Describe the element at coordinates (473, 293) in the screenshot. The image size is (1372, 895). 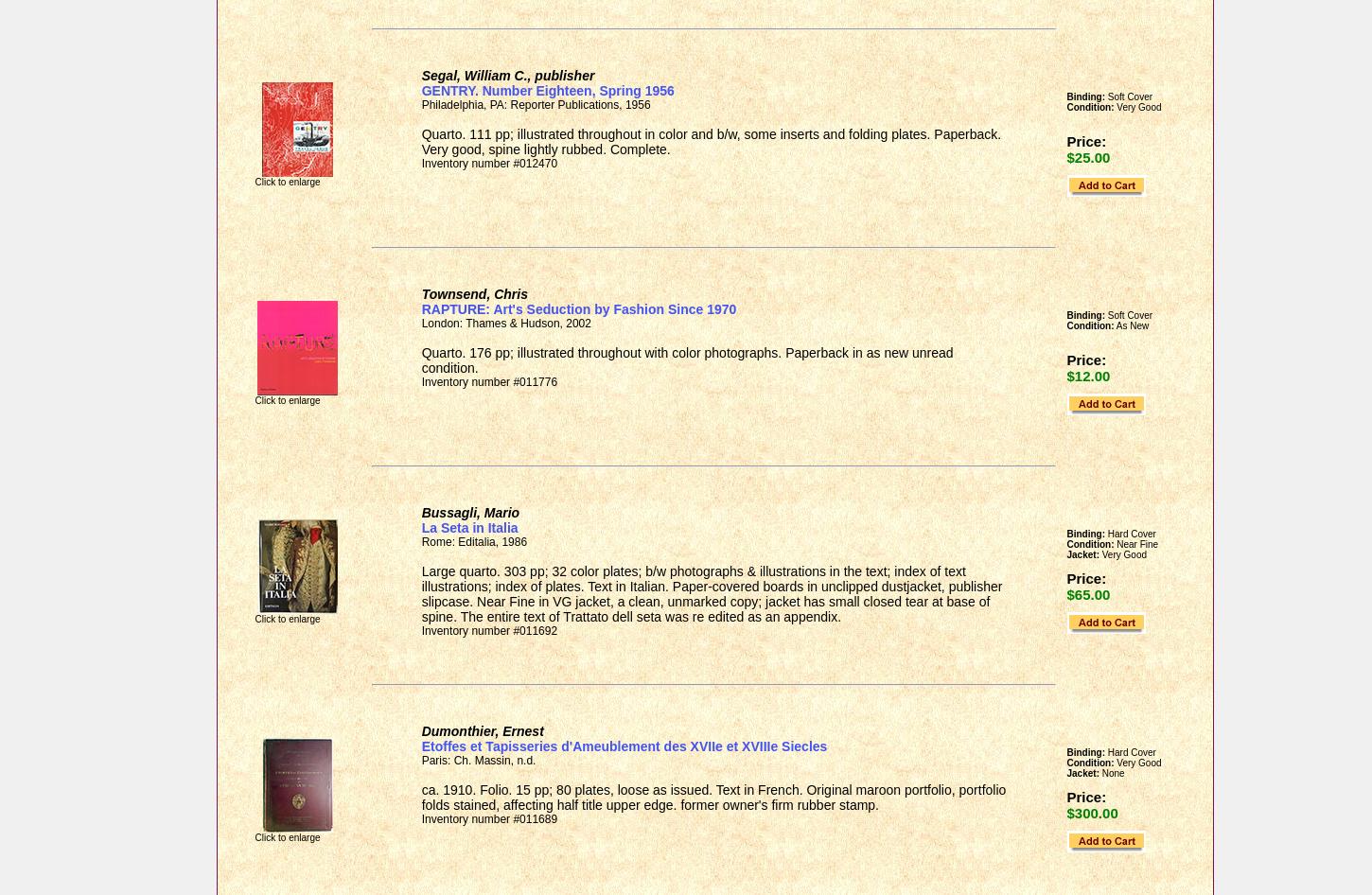
I see `'Townsend, Chris'` at that location.